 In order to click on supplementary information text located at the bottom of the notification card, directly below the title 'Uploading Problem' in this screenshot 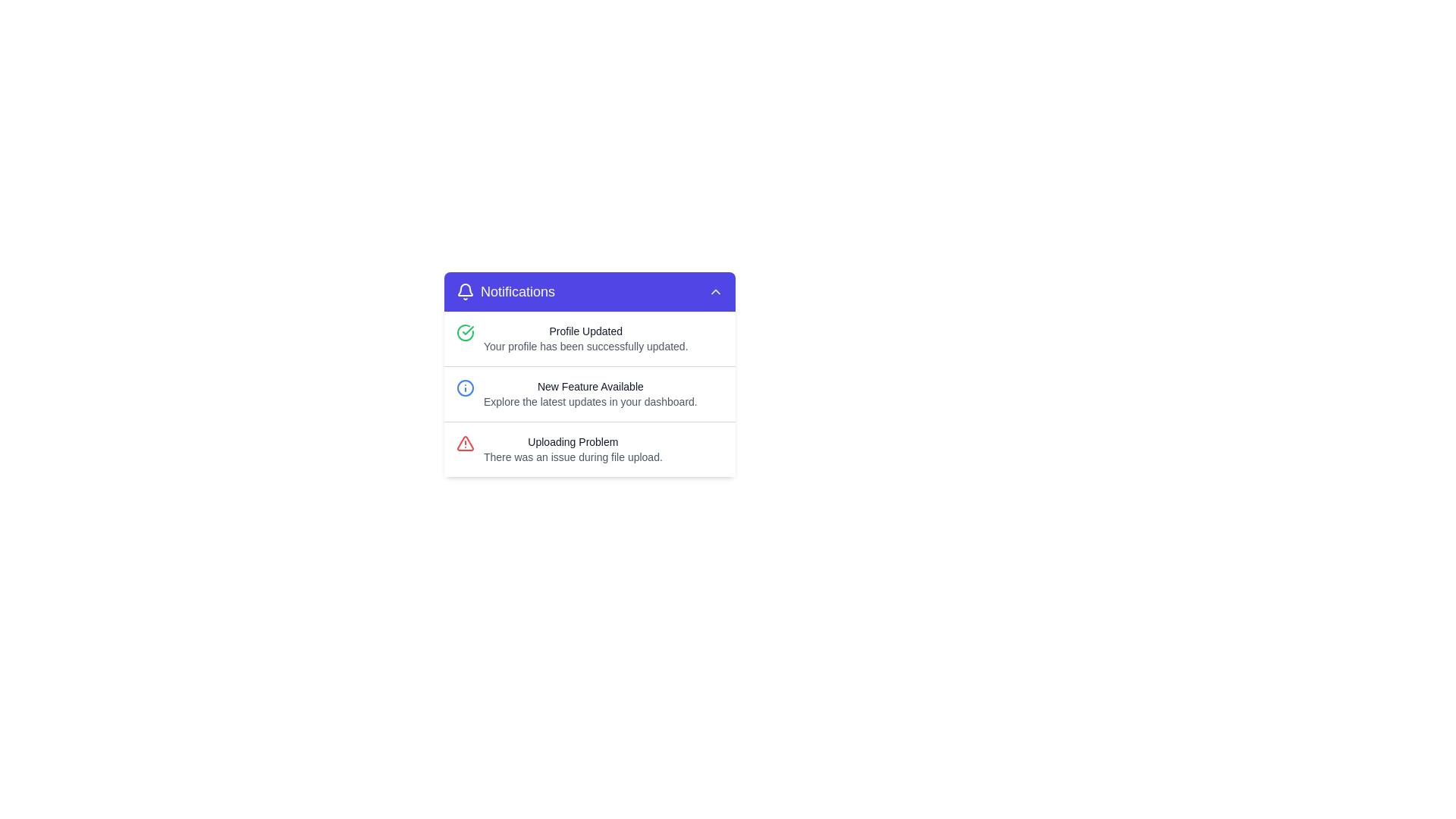, I will do `click(572, 456)`.